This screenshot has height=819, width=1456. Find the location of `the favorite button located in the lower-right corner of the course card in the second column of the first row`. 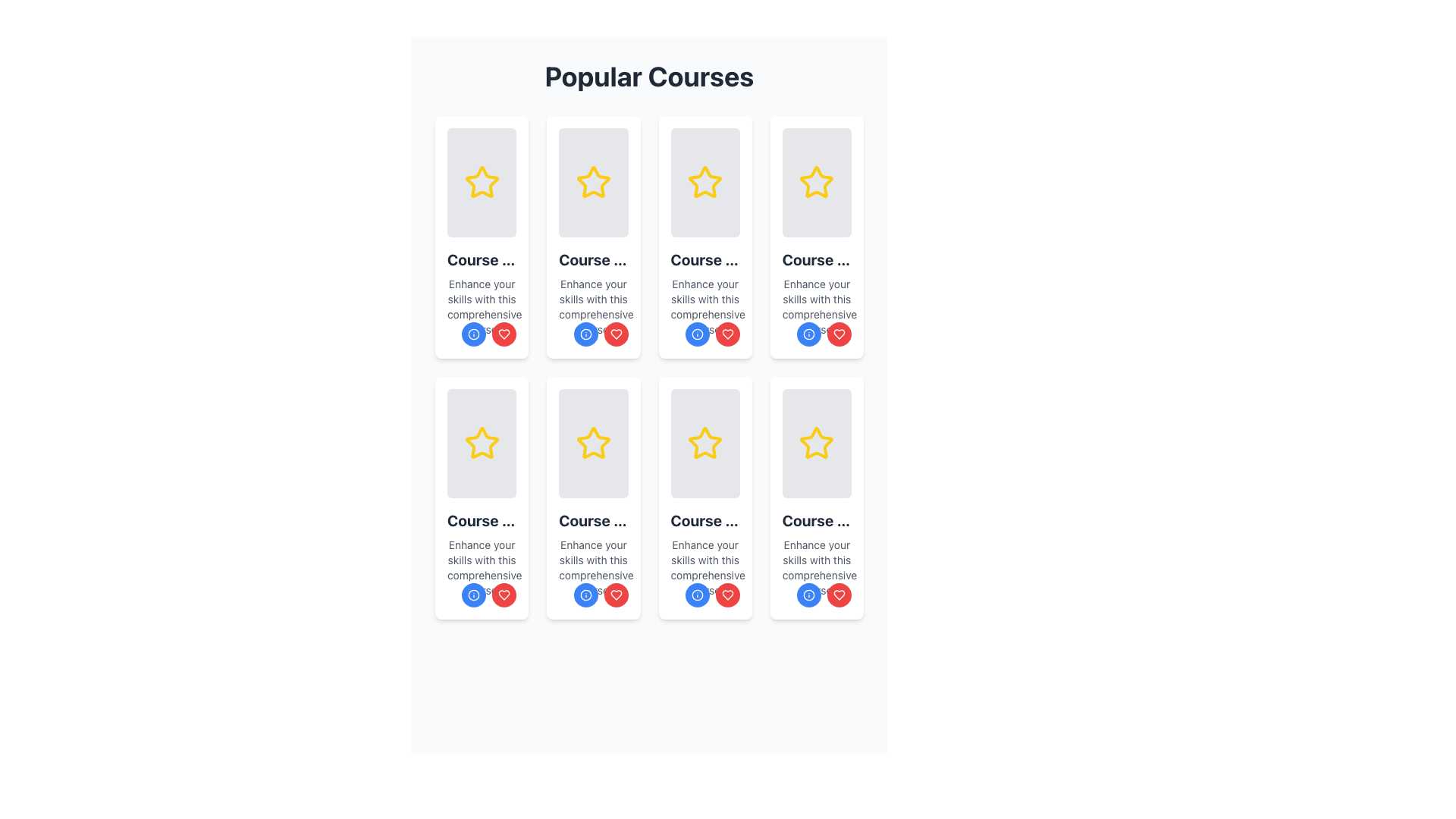

the favorite button located in the lower-right corner of the course card in the second column of the first row is located at coordinates (726, 333).